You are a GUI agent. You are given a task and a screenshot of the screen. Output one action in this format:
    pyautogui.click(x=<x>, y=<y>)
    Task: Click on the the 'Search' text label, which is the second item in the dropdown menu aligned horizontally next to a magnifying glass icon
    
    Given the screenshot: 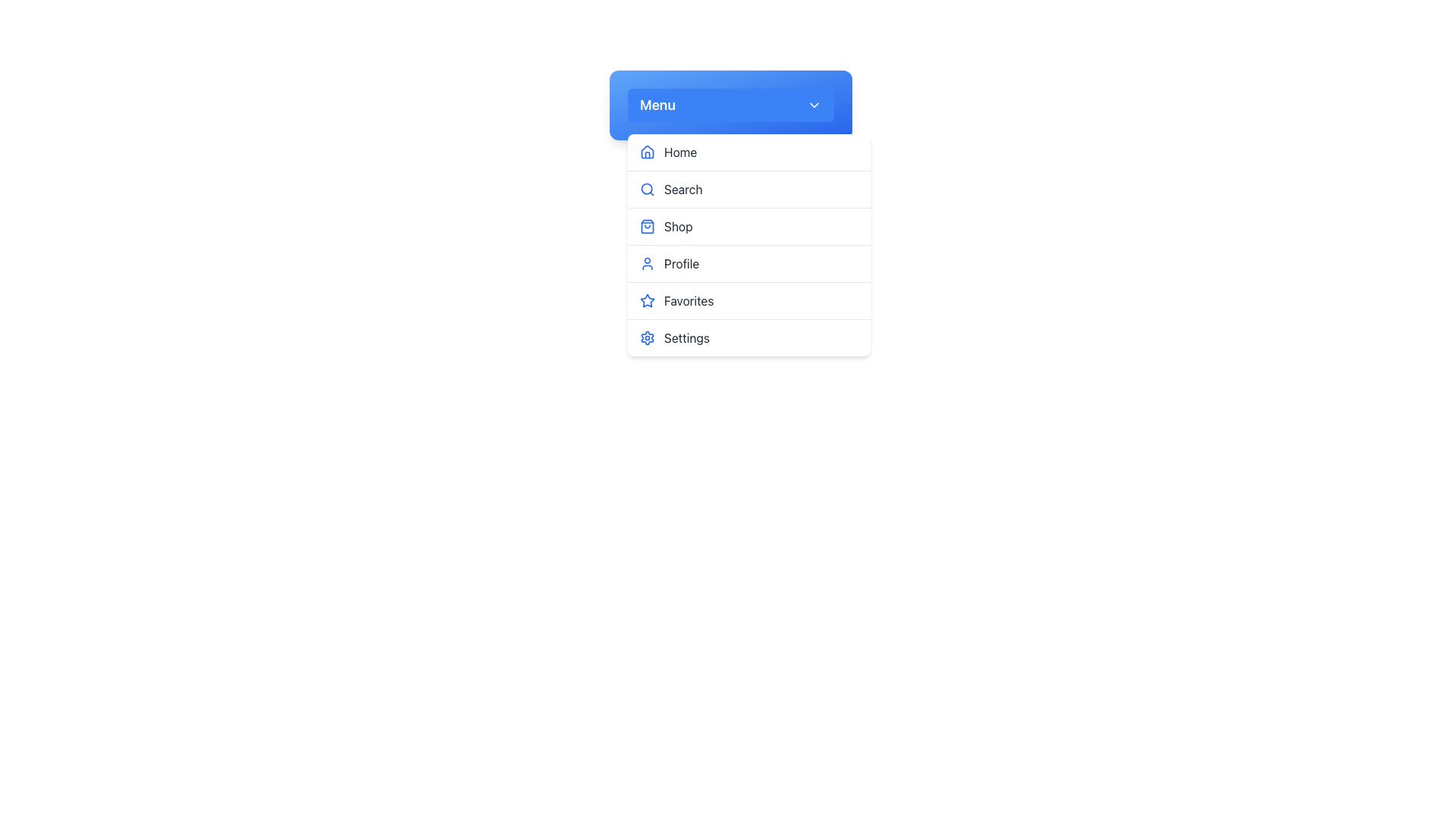 What is the action you would take?
    pyautogui.click(x=682, y=189)
    